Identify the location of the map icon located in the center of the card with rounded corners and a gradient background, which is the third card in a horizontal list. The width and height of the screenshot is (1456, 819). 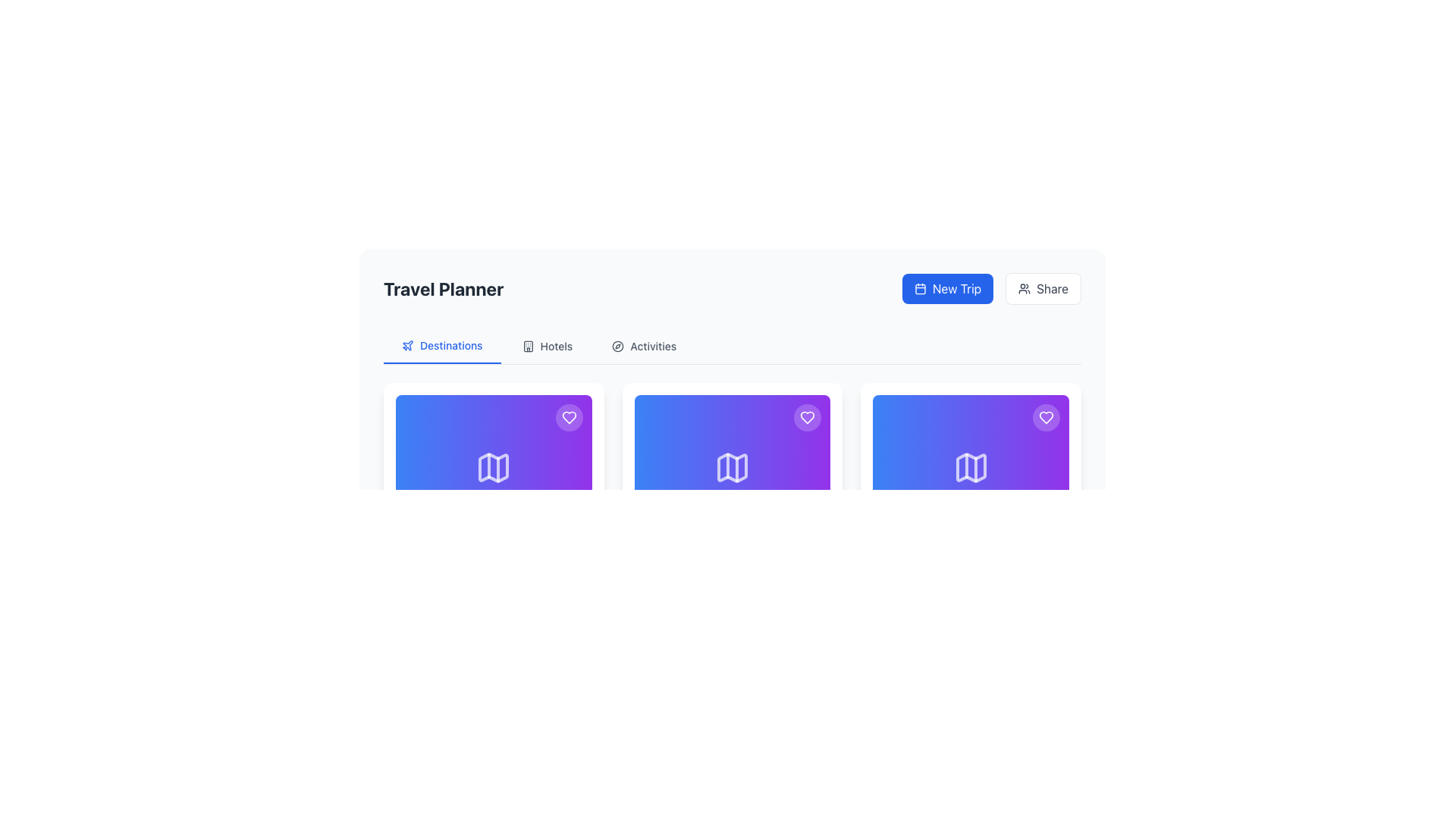
(971, 467).